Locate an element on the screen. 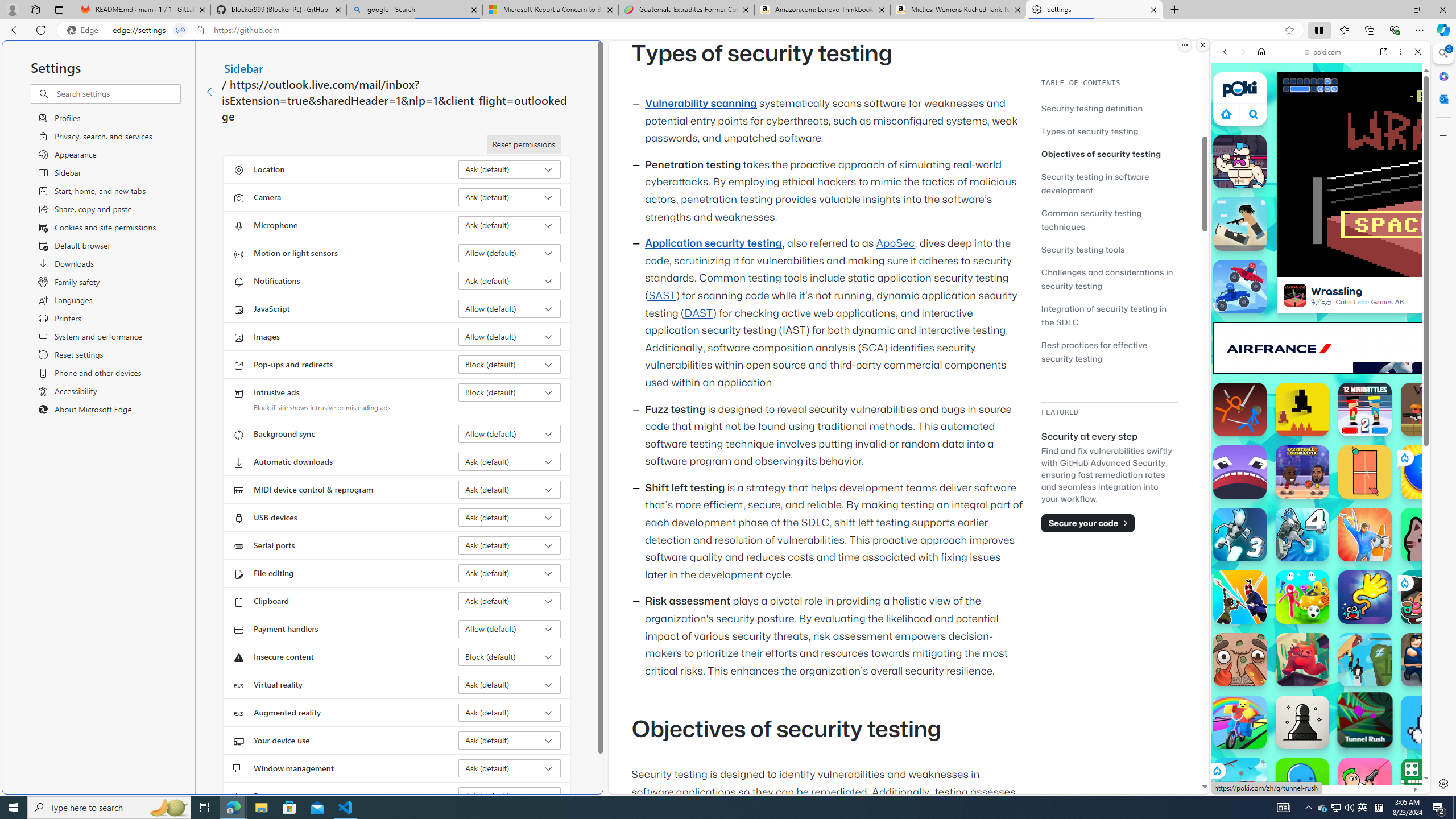 The height and width of the screenshot is (819, 1456). 'G-Switch 3 G-Switch 3' is located at coordinates (1239, 533).